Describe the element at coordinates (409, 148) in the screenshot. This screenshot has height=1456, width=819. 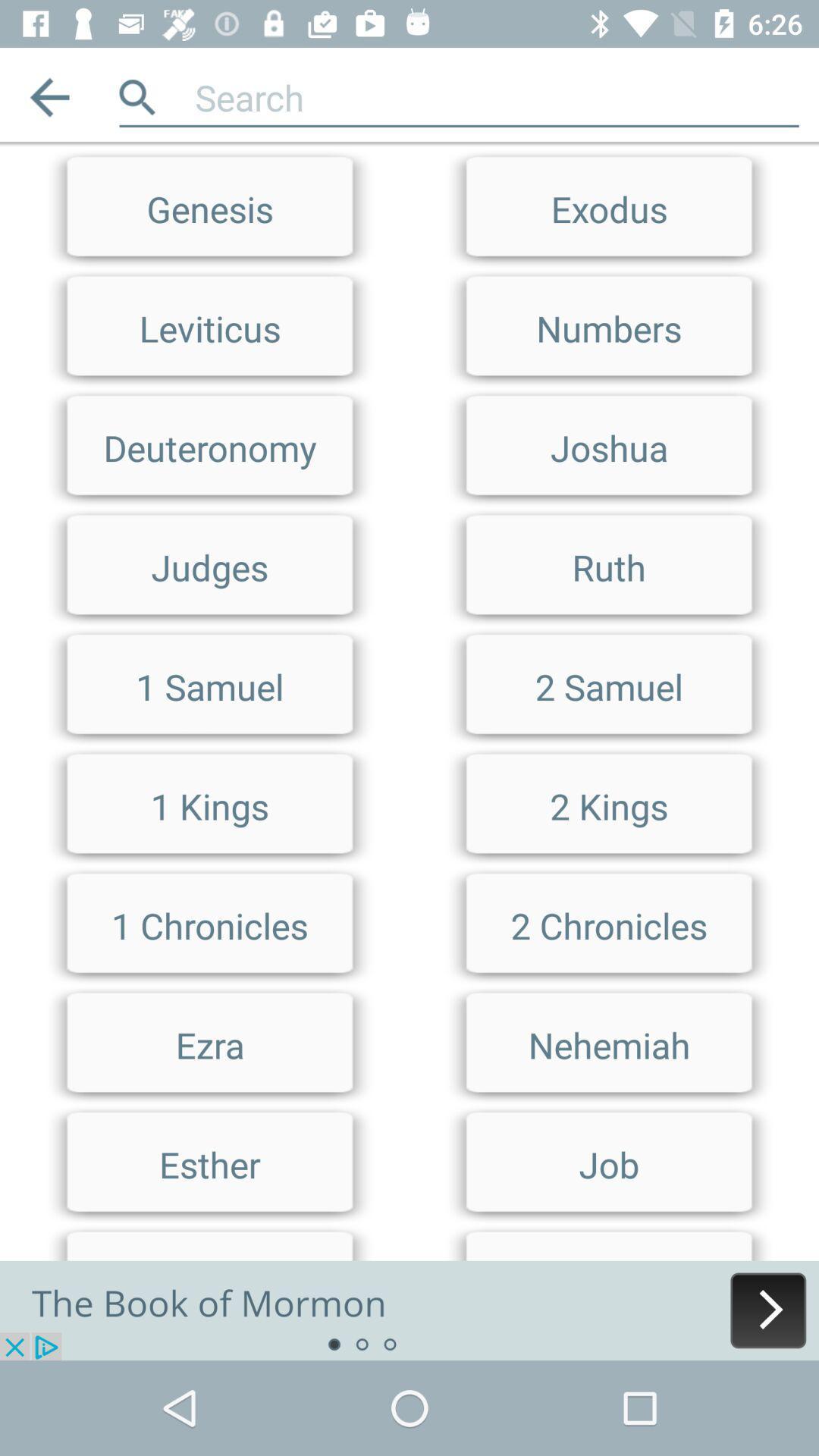
I see `limit` at that location.